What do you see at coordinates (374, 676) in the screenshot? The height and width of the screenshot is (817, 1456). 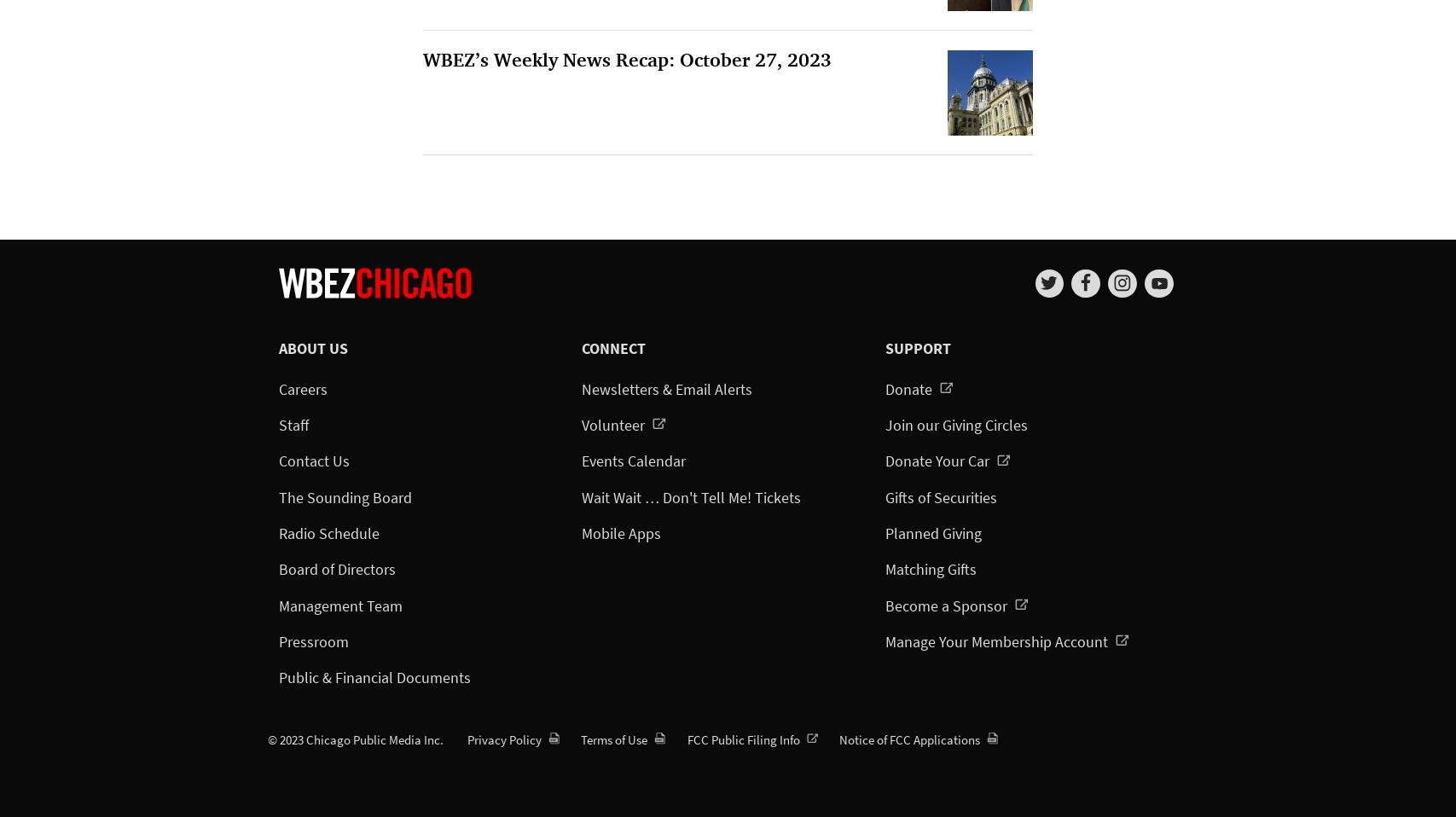 I see `'Public & Financial Documents'` at bounding box center [374, 676].